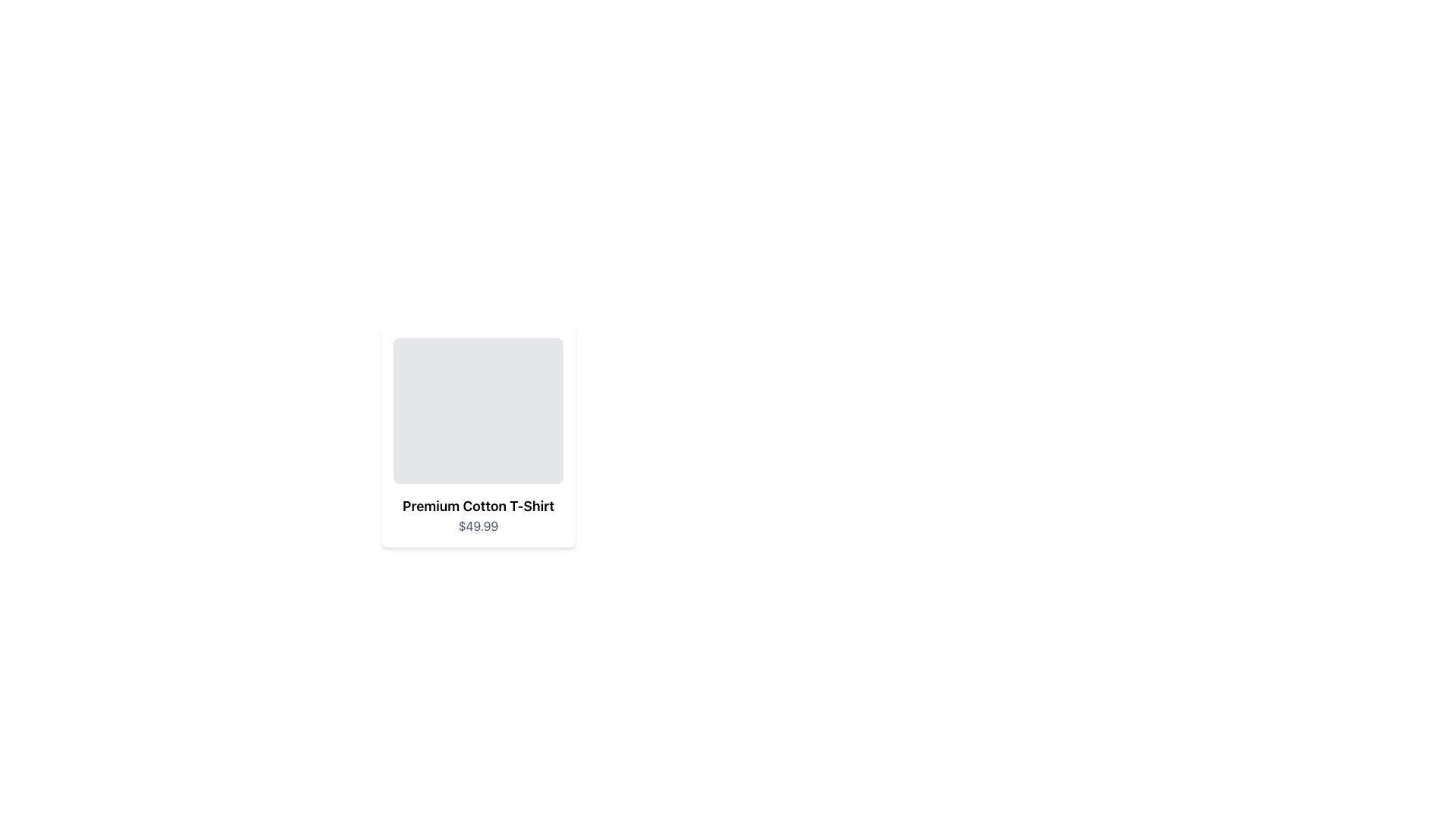 The image size is (1456, 819). Describe the element at coordinates (477, 526) in the screenshot. I see `the price value displayed in the text label located directly below the title 'Premium Cotton T-Shirt' in the card layout` at that location.